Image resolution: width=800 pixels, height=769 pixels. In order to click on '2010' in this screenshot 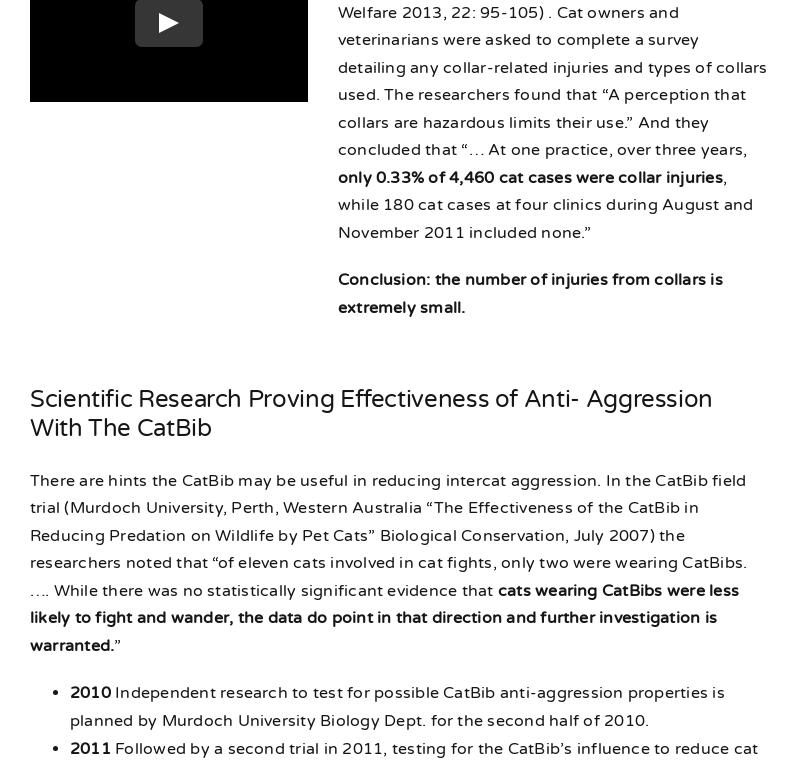, I will do `click(89, 693)`.